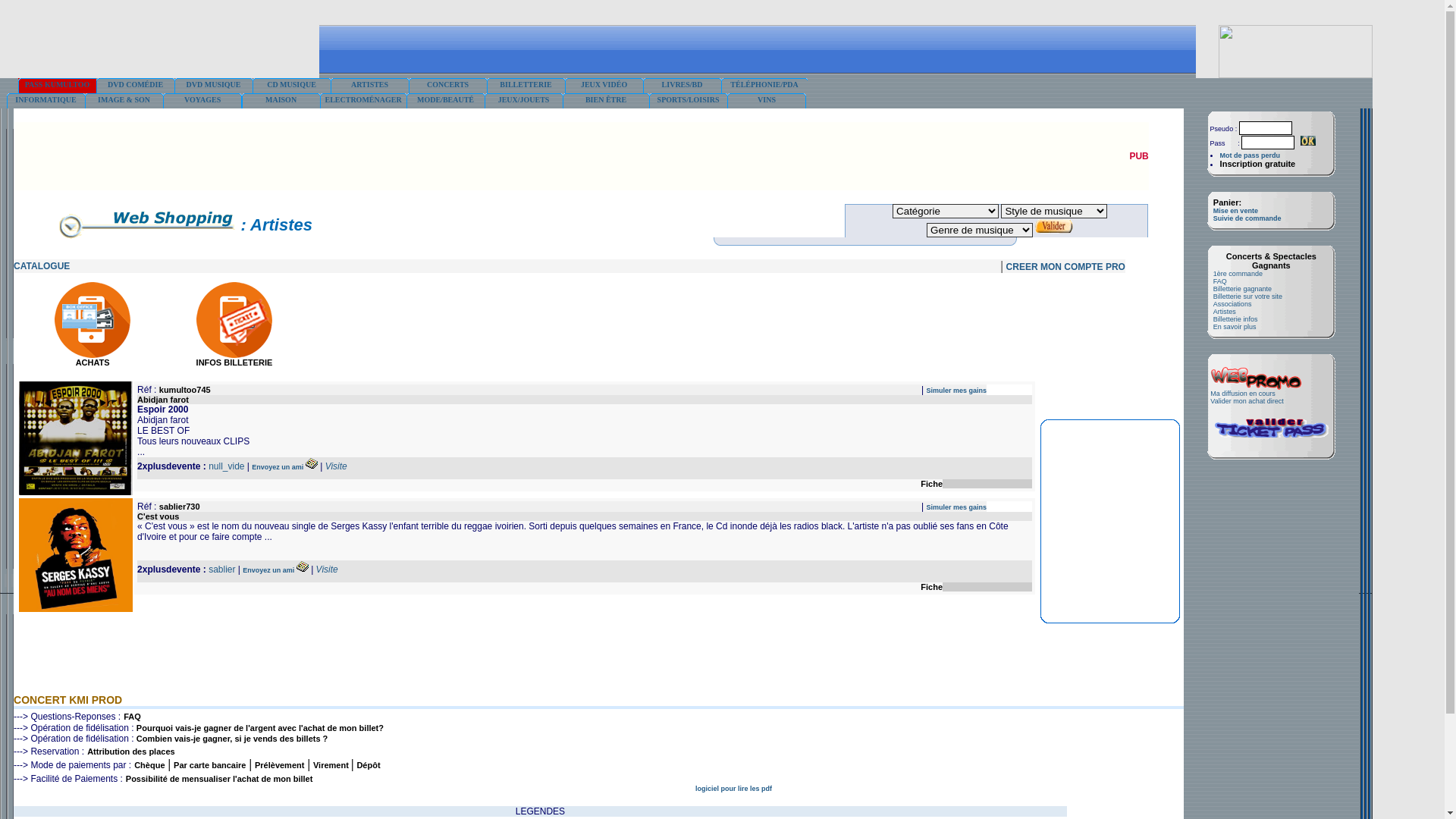 The width and height of the screenshot is (1456, 819). What do you see at coordinates (1212, 218) in the screenshot?
I see `'Suivie de commande'` at bounding box center [1212, 218].